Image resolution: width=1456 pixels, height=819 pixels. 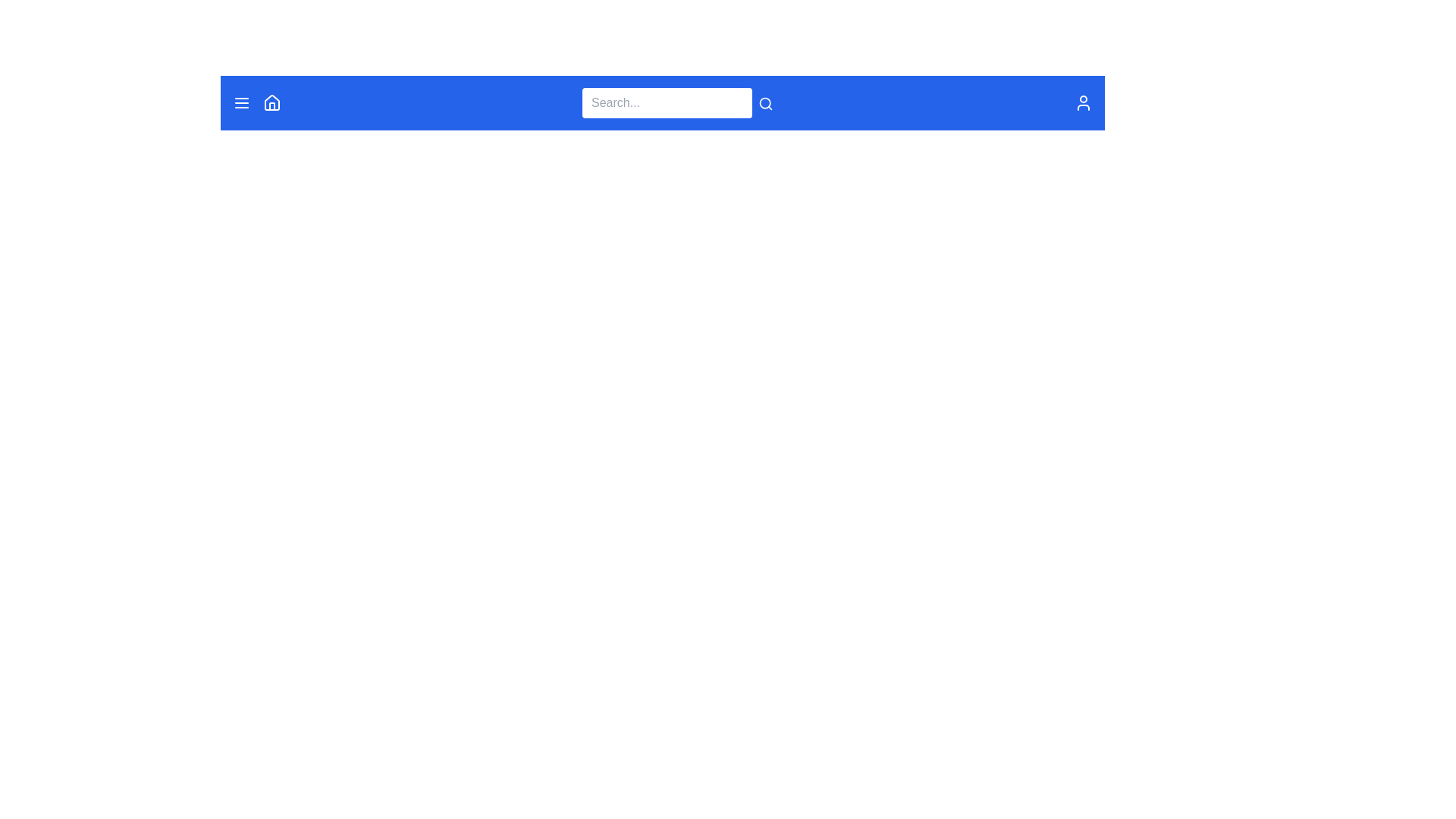 What do you see at coordinates (240, 102) in the screenshot?
I see `the Menu Icon located on the leftmost side of the top navigation bar` at bounding box center [240, 102].